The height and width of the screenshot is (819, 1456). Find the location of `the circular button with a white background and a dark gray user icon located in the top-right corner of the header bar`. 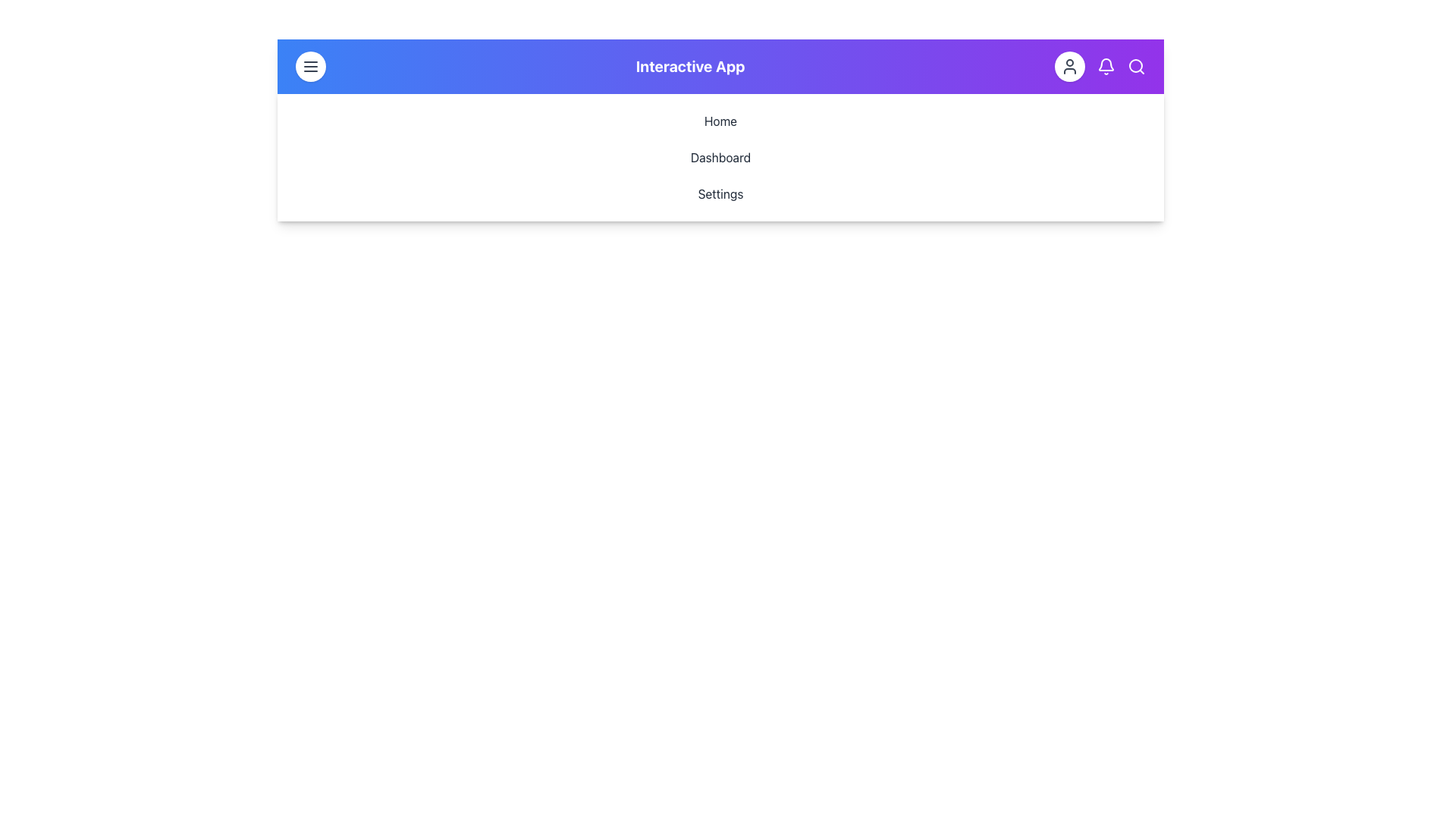

the circular button with a white background and a dark gray user icon located in the top-right corner of the header bar is located at coordinates (1069, 66).